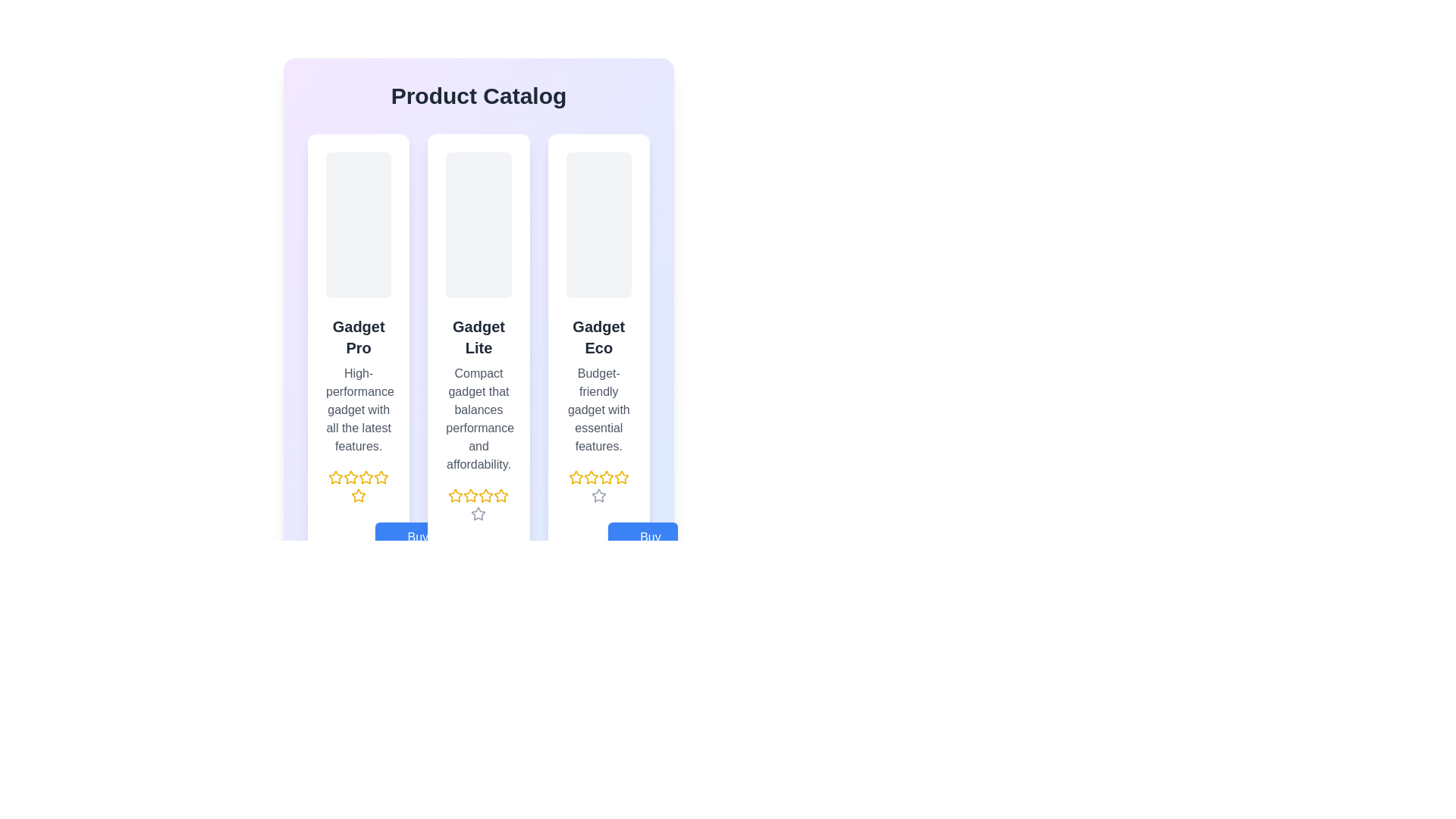 This screenshot has width=1456, height=819. I want to click on the third star rating icon located in the rating section beneath the title 'Gadget Eco', so click(621, 476).